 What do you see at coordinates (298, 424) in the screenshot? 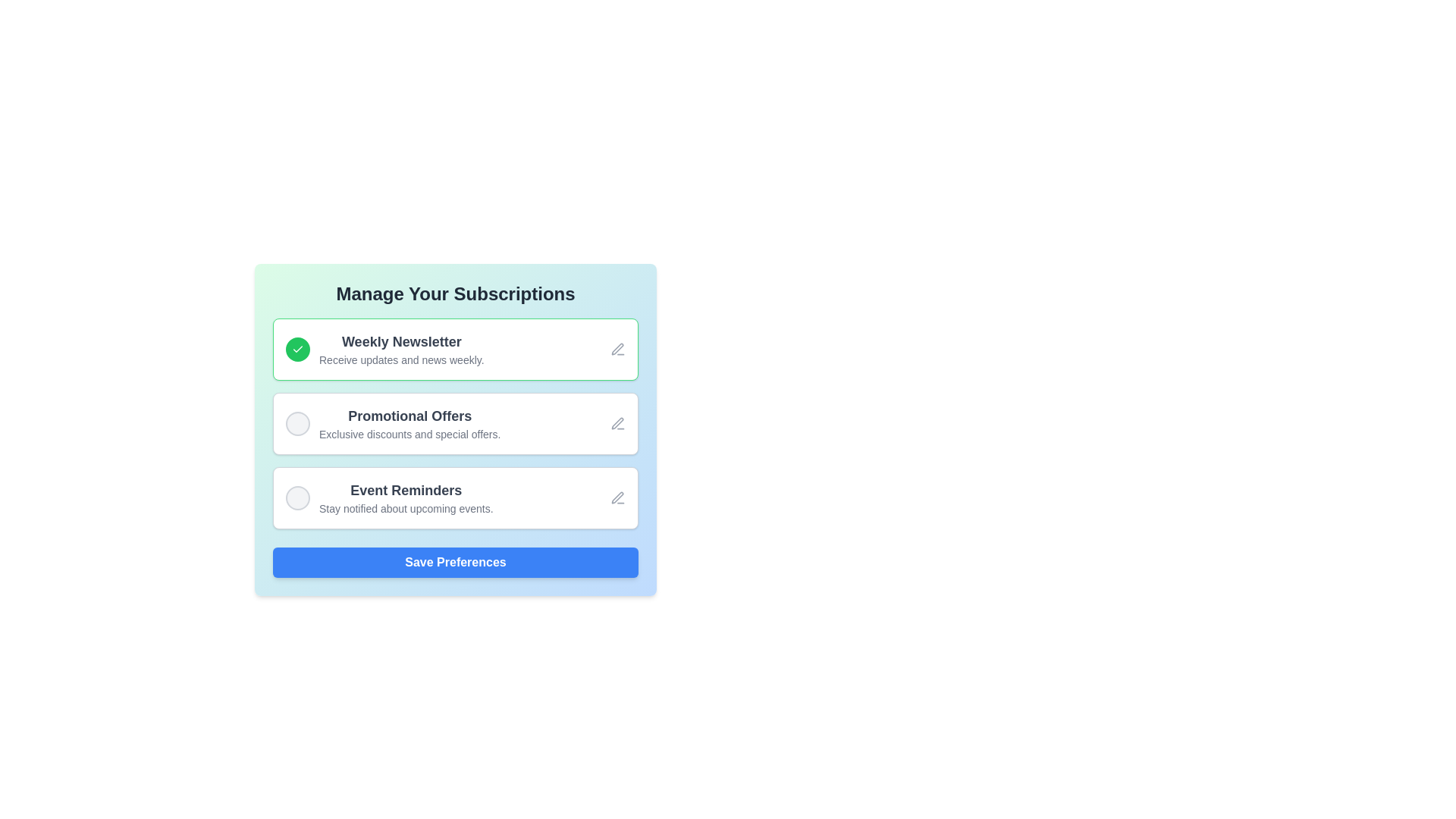
I see `the circular button with a light gray background and gray border located in the 'Promotional Offers' subscription item` at bounding box center [298, 424].